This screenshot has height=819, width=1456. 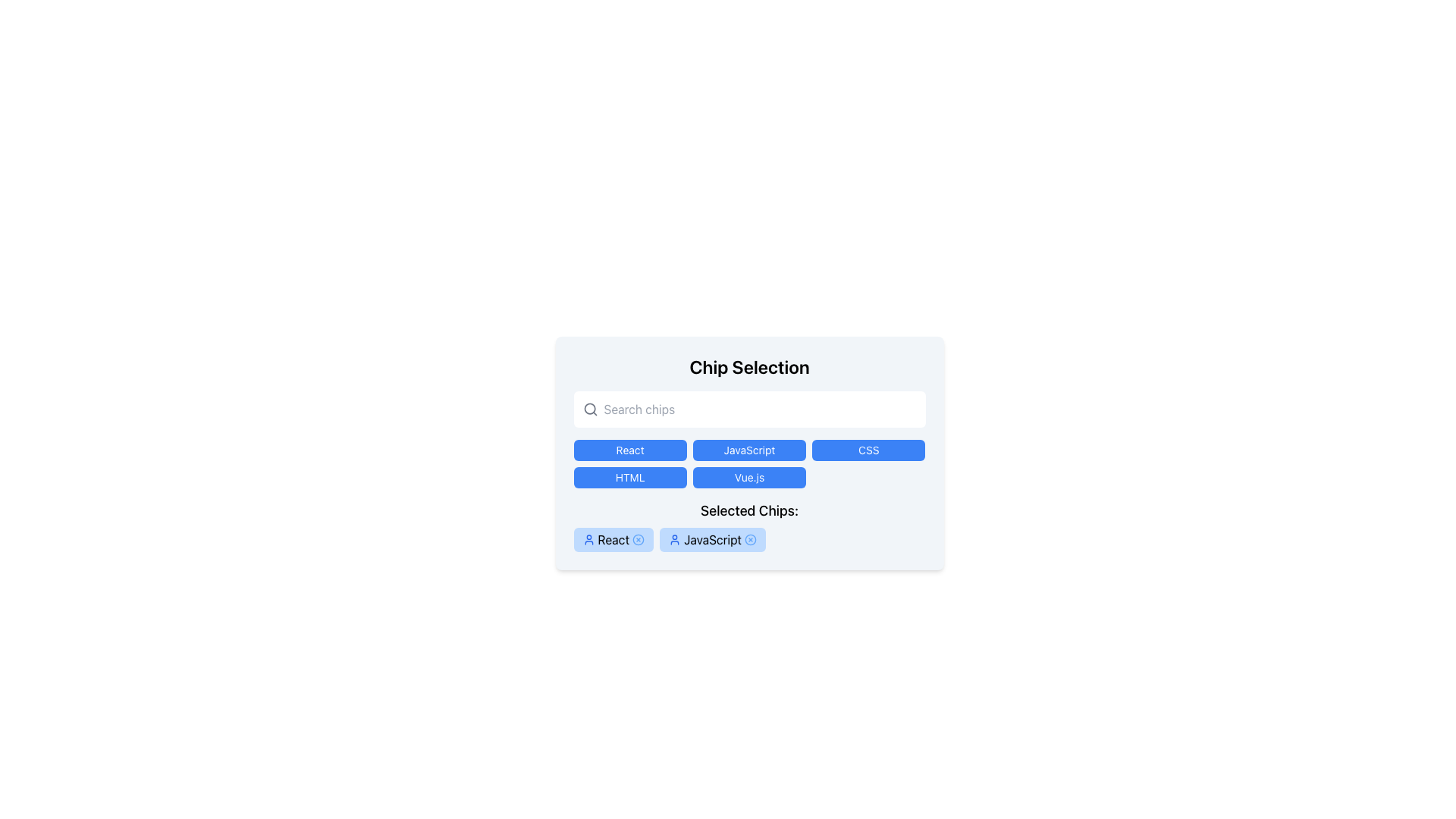 What do you see at coordinates (868, 450) in the screenshot?
I see `the 'CSS' button in the 'Chip Selection' interface` at bounding box center [868, 450].